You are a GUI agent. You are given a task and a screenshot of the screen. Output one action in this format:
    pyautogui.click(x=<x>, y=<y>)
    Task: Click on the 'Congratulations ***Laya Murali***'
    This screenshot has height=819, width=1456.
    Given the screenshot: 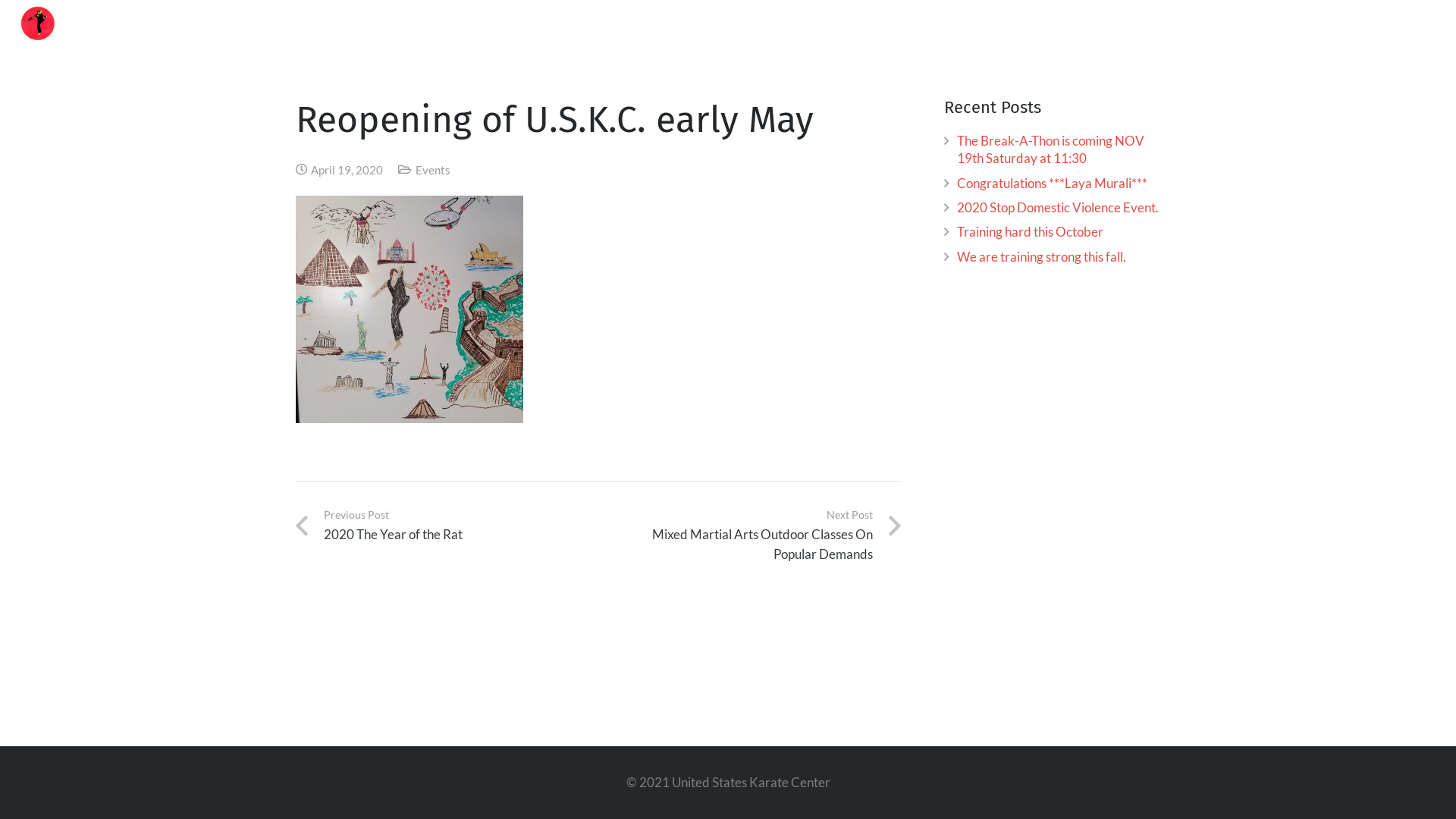 What is the action you would take?
    pyautogui.click(x=1051, y=182)
    